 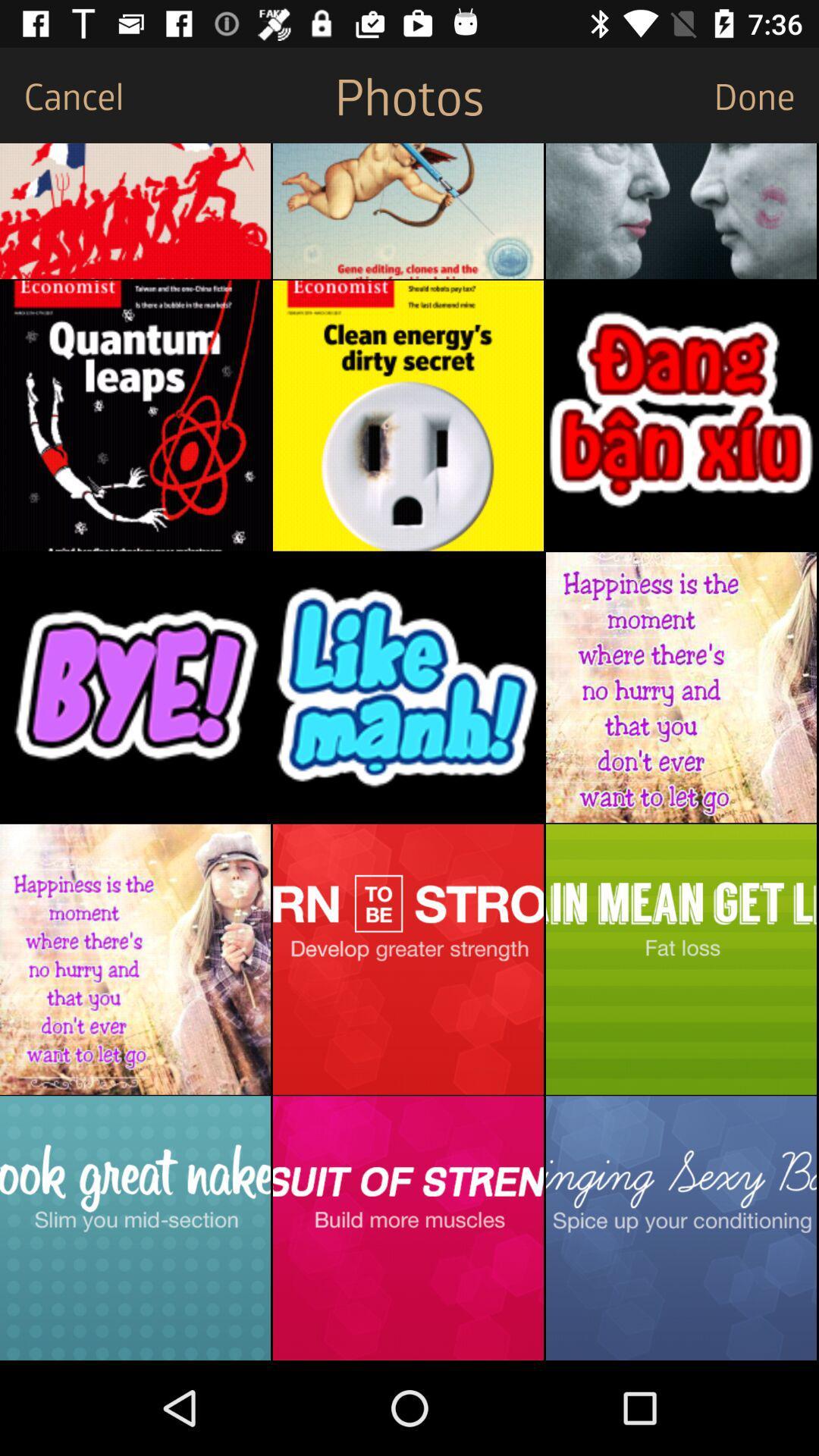 What do you see at coordinates (680, 210) in the screenshot?
I see `photo` at bounding box center [680, 210].